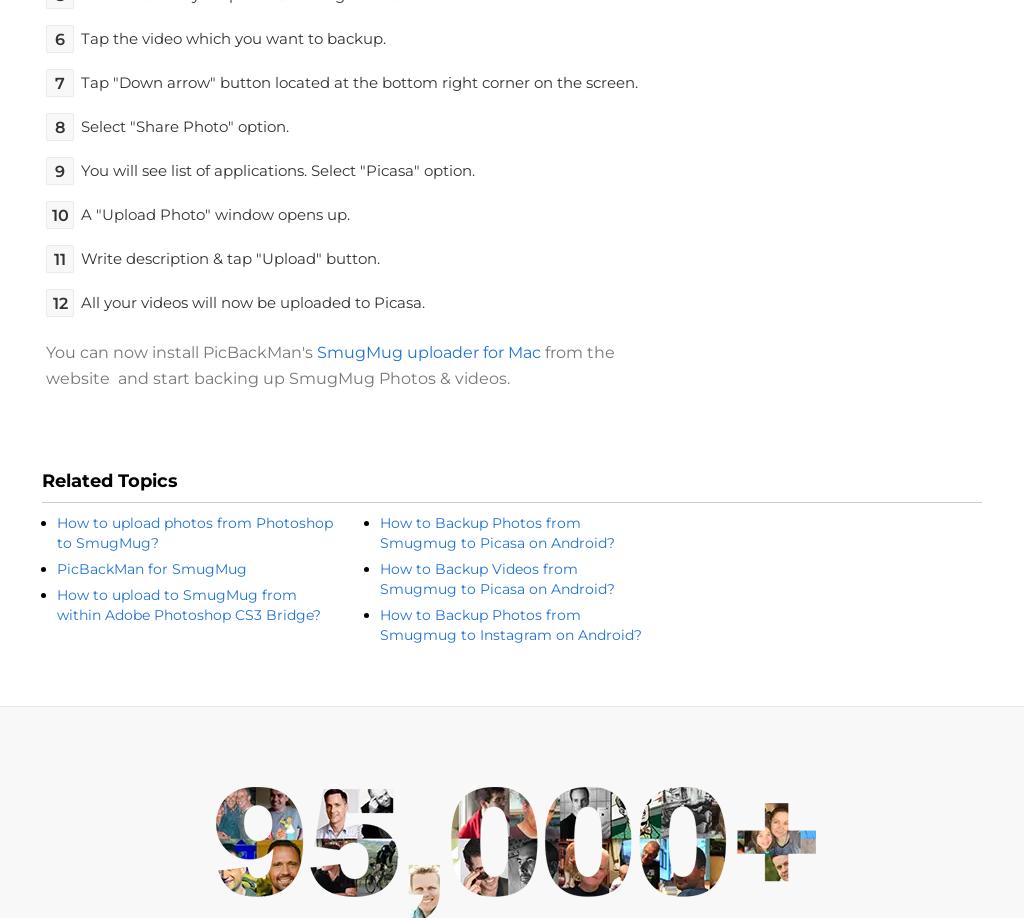 The height and width of the screenshot is (918, 1024). I want to click on 'Tap "Down arrow" button located at the bottom right corner on the screen.', so click(359, 81).